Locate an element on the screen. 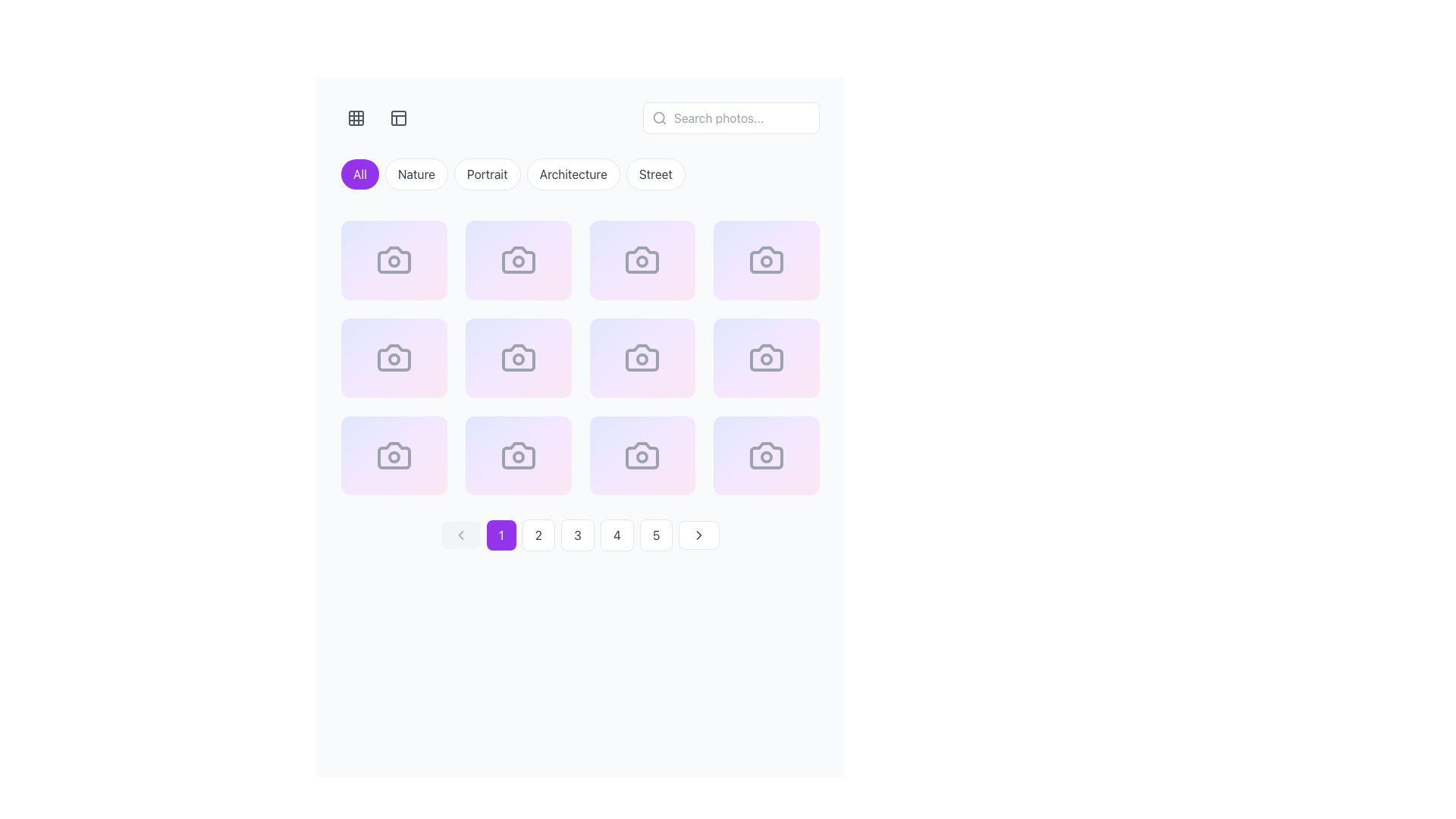 This screenshot has height=819, width=1456. the Camera icon located at the bottom-right corner of a 3x3 grid layout, positioned adjacent to other camera icons is located at coordinates (767, 455).